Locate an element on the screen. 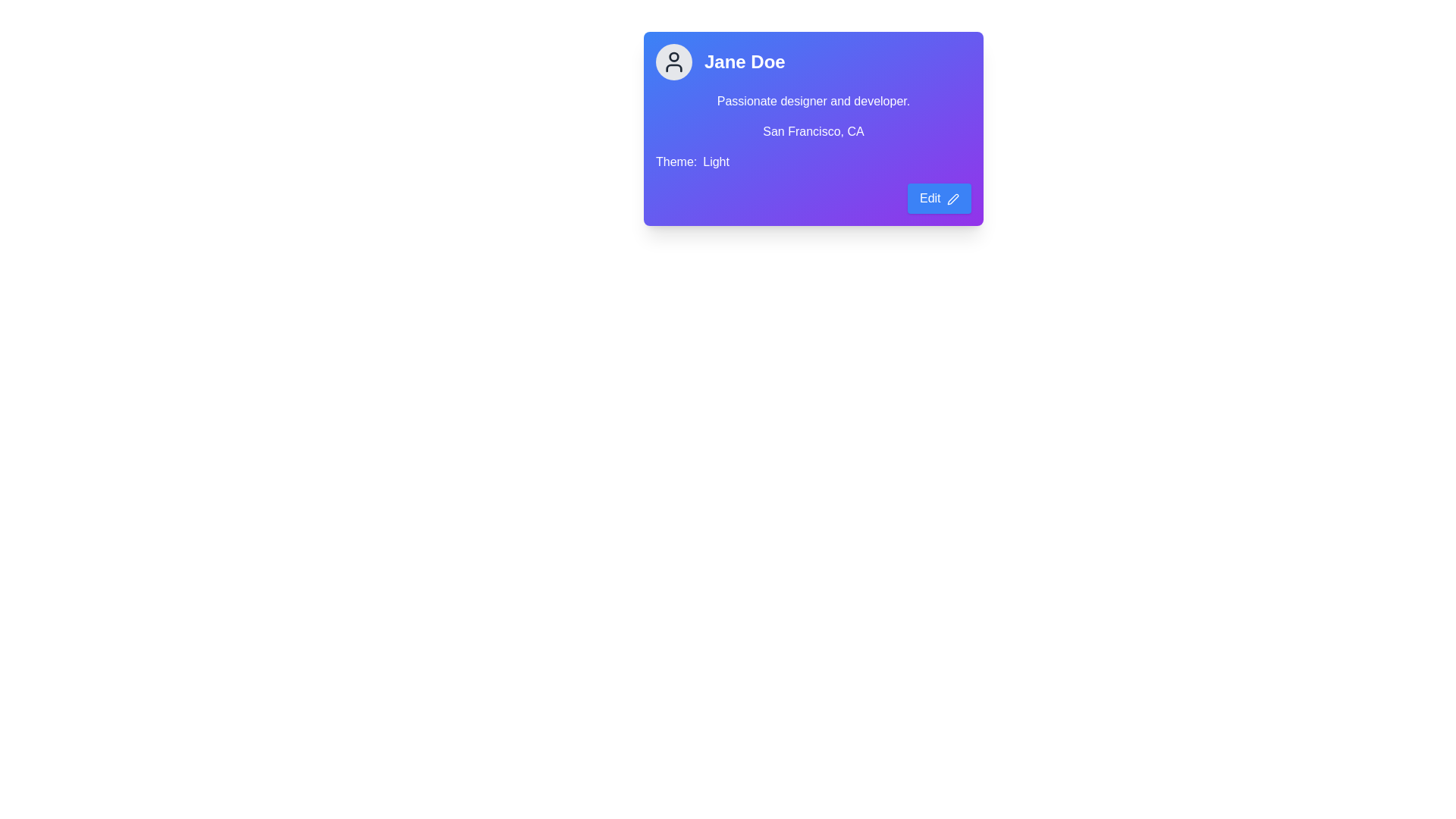 This screenshot has width=1456, height=819. the pen-shaped icon located at the top-right corner of the blue 'Edit' button by moving the mouse cursor over it is located at coordinates (952, 198).